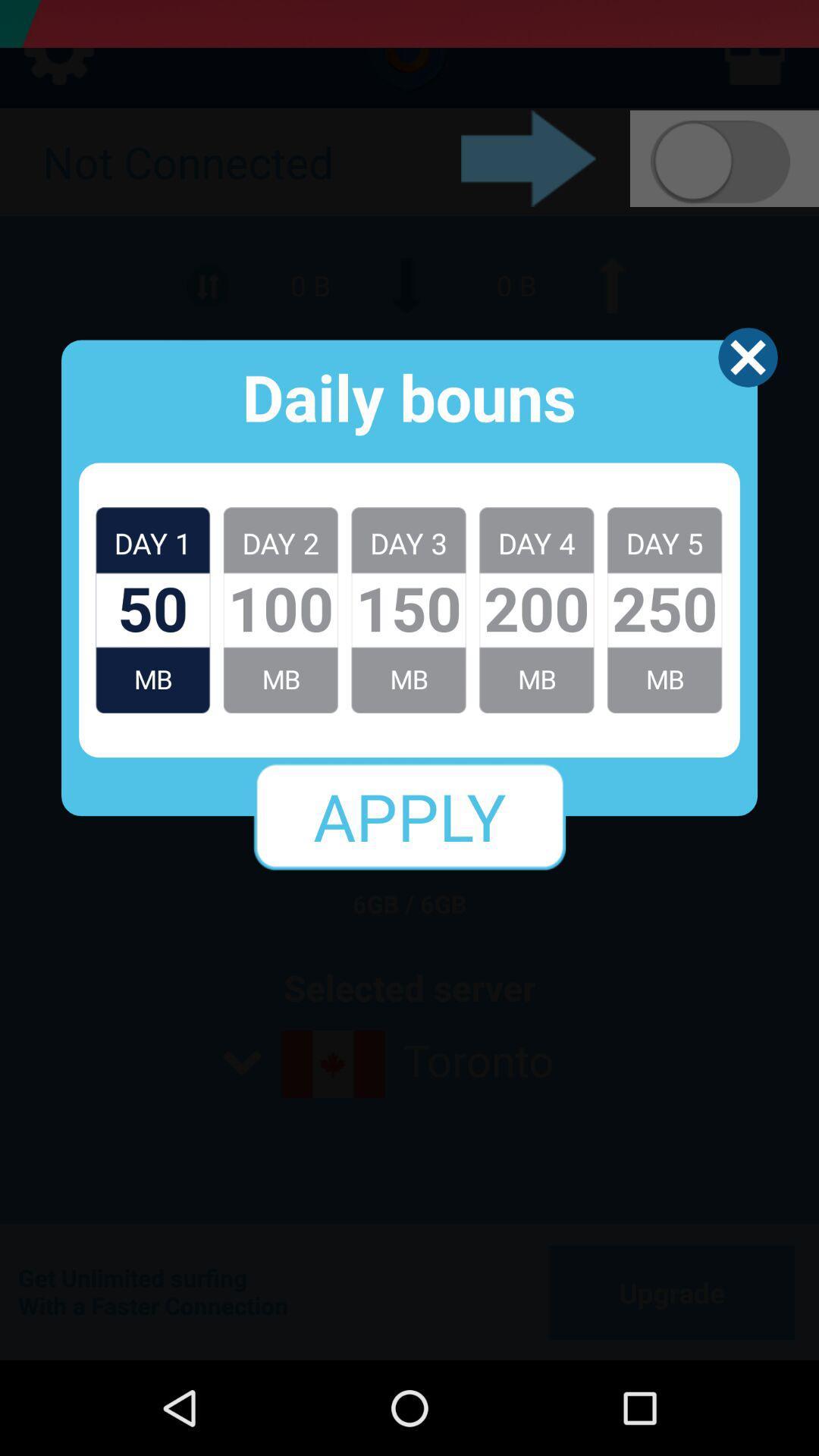 This screenshot has height=1456, width=819. What do you see at coordinates (747, 356) in the screenshot?
I see `the icon at the top right corner` at bounding box center [747, 356].